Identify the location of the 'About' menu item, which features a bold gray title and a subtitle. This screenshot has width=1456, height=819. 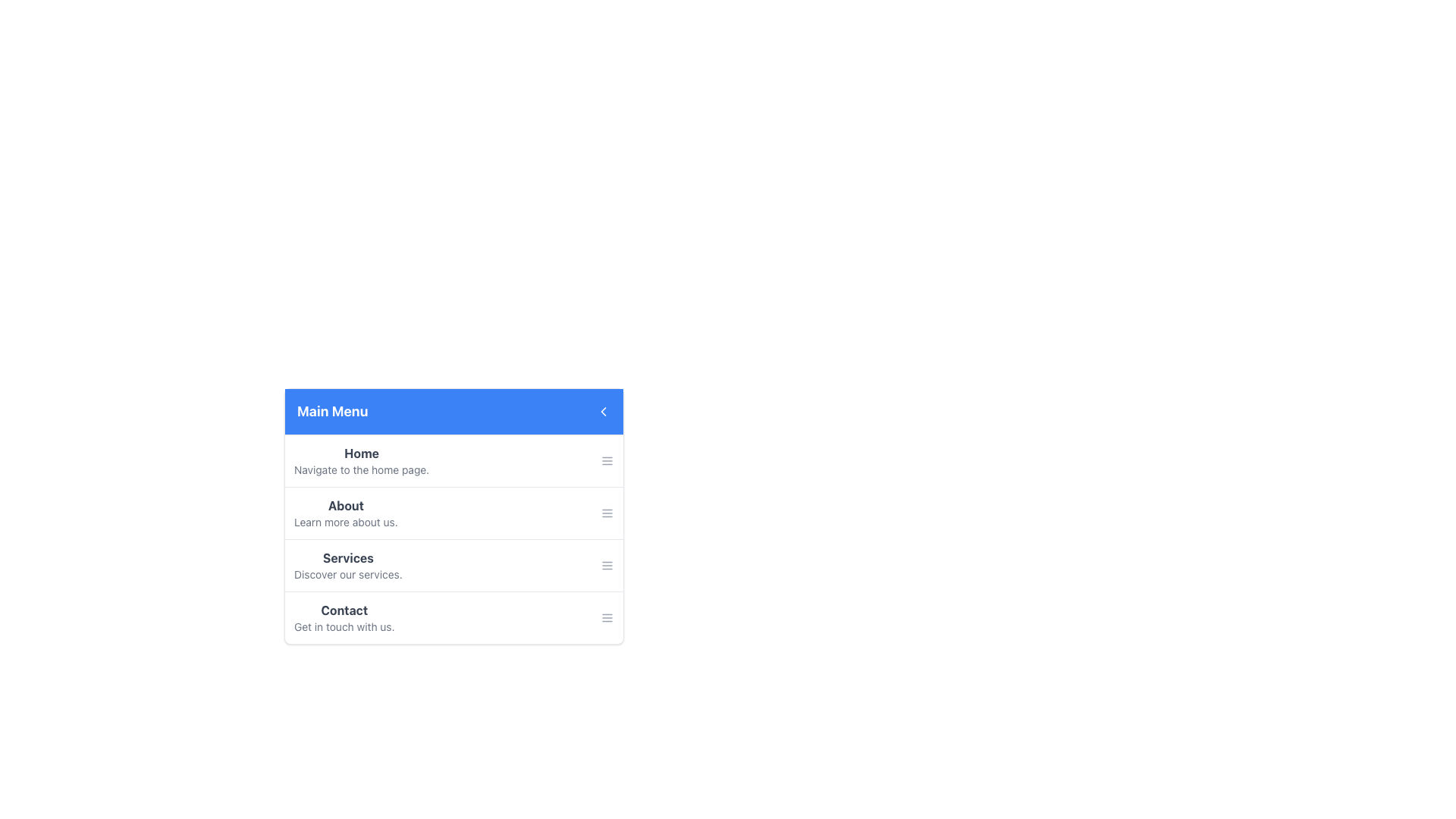
(453, 512).